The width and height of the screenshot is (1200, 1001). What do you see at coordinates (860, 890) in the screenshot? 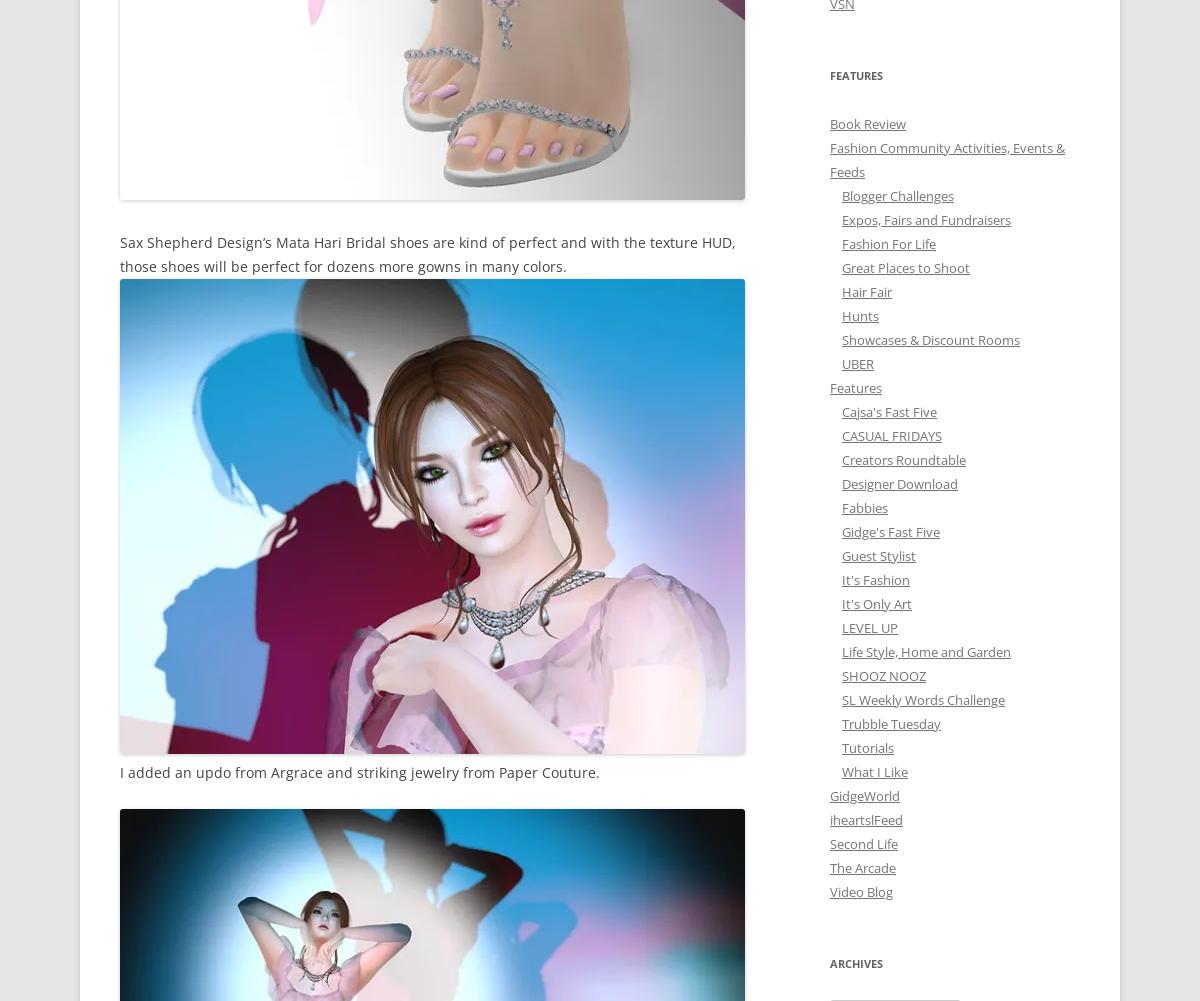
I see `'Video Blog'` at bounding box center [860, 890].